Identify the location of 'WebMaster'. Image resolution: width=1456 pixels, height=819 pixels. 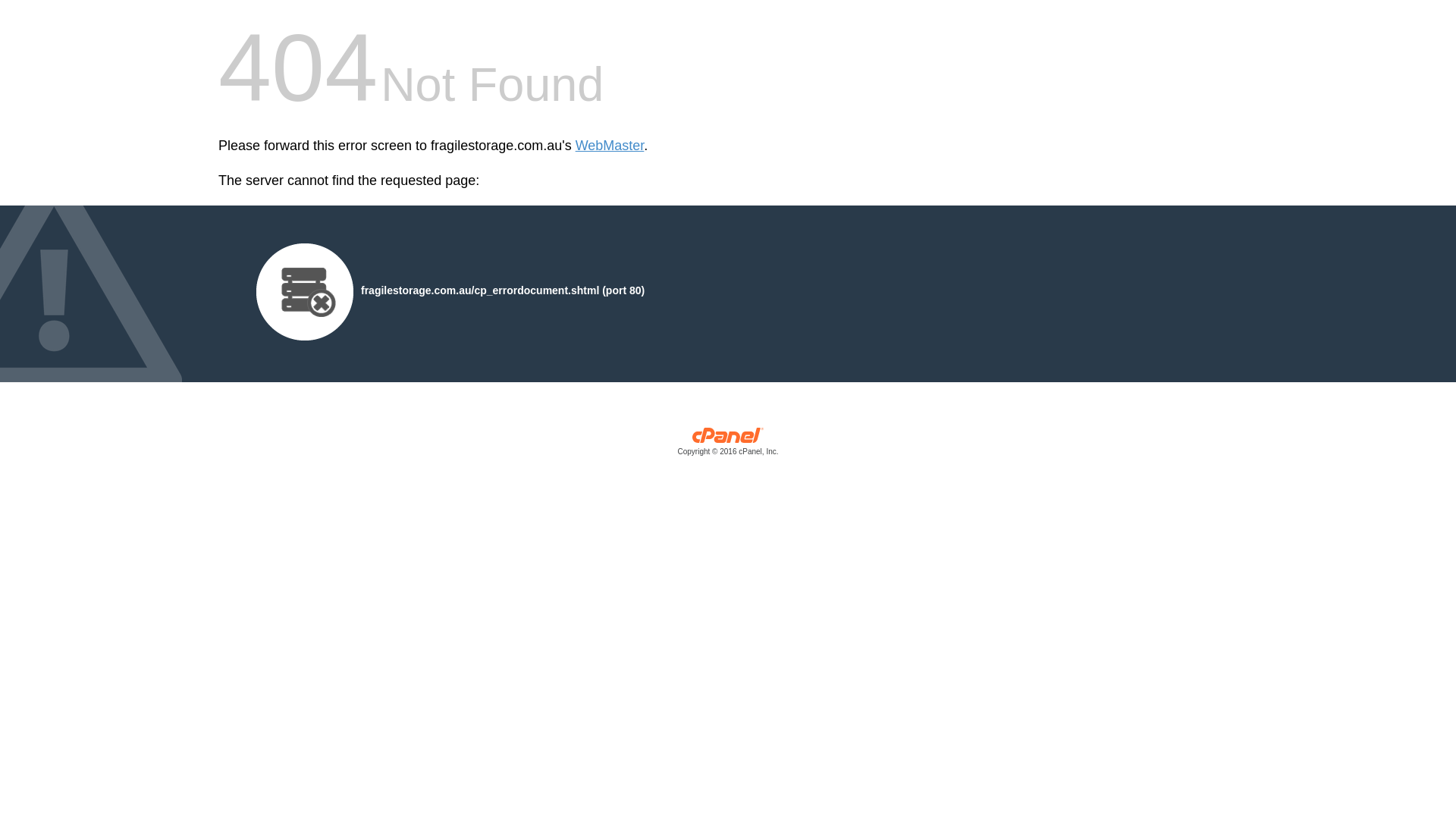
(610, 146).